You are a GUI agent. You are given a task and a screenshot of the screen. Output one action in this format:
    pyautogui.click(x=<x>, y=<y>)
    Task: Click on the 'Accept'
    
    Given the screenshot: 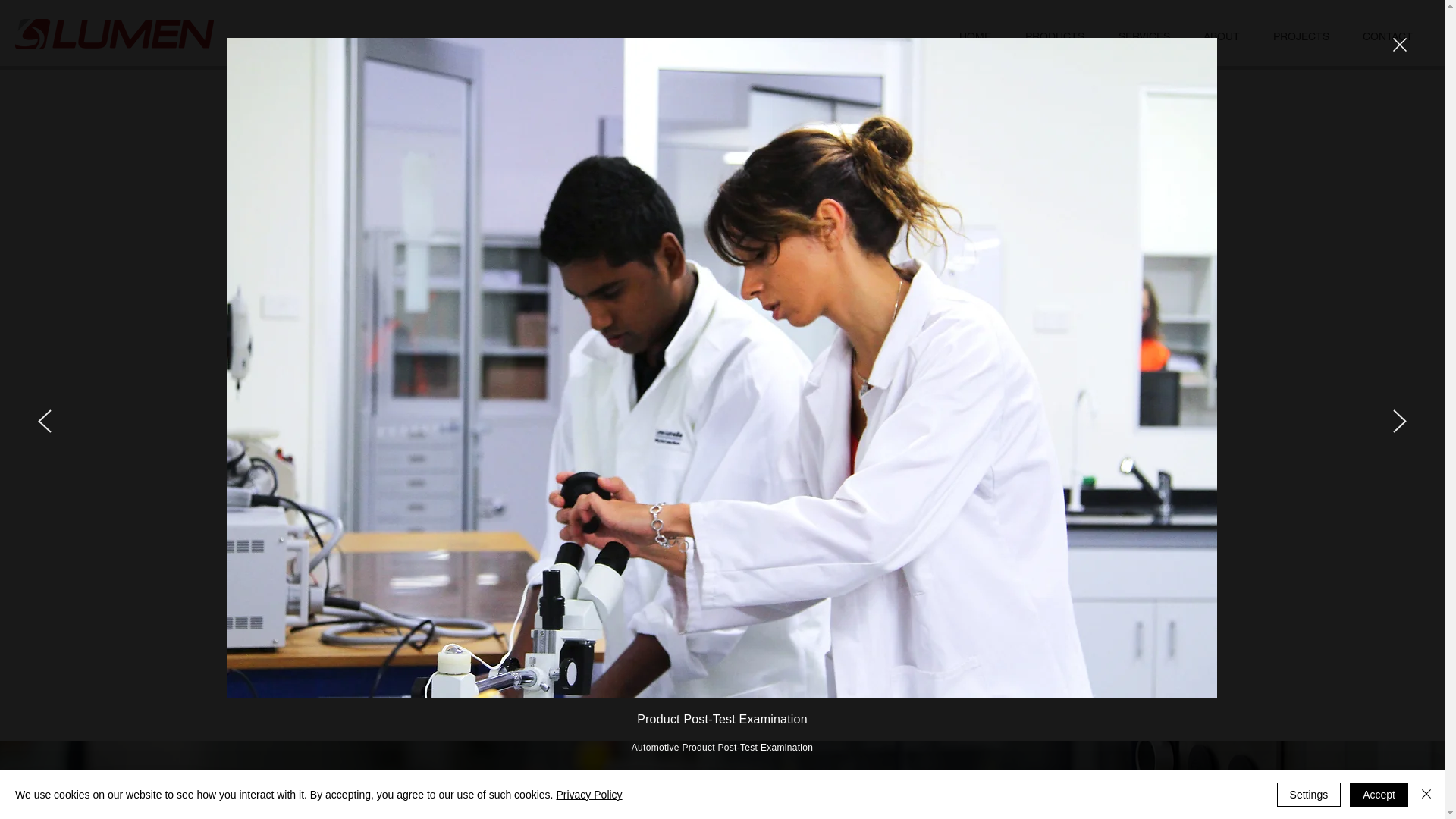 What is the action you would take?
    pyautogui.click(x=1379, y=794)
    